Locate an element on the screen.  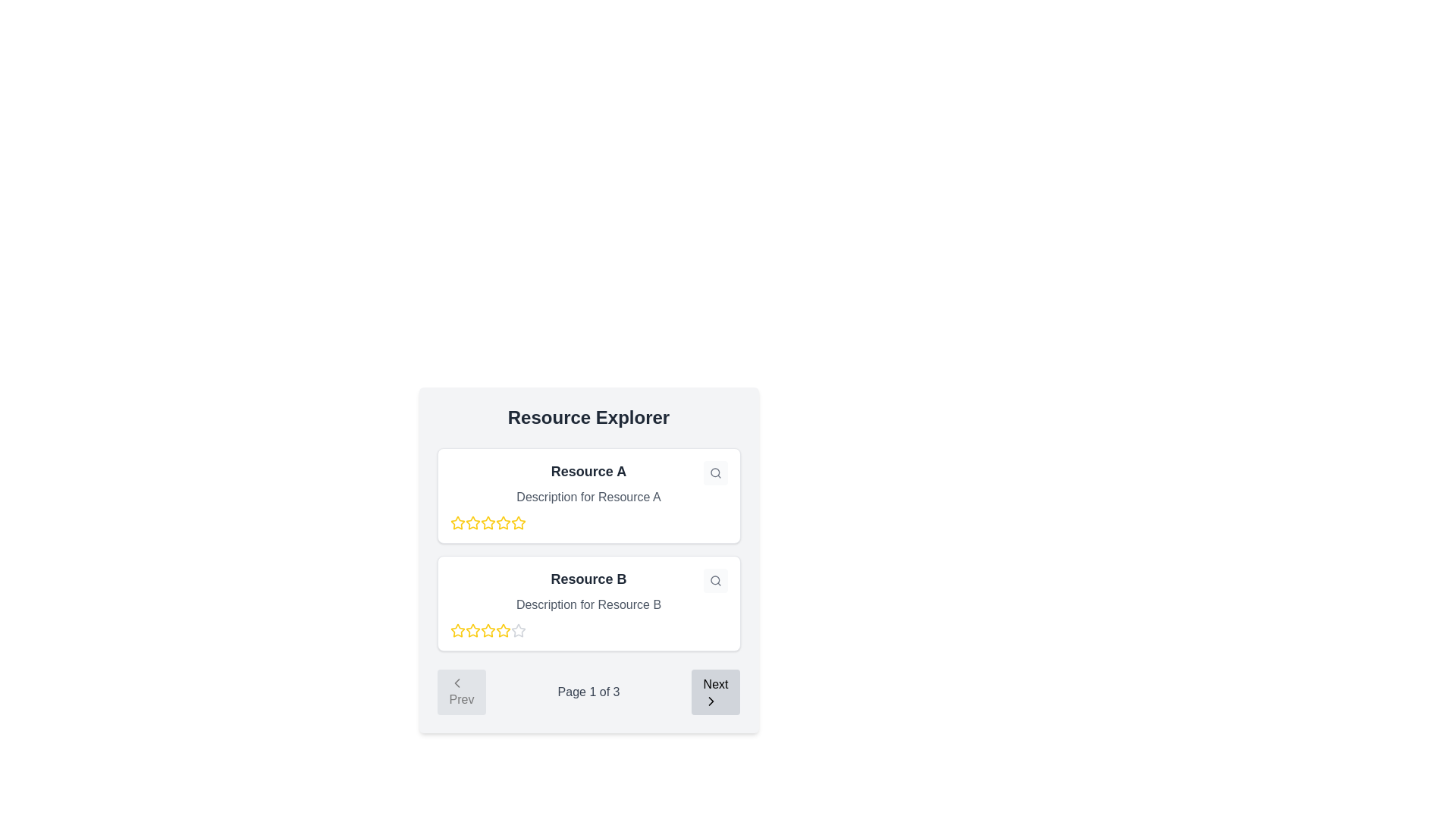
keyboard navigation is located at coordinates (472, 522).